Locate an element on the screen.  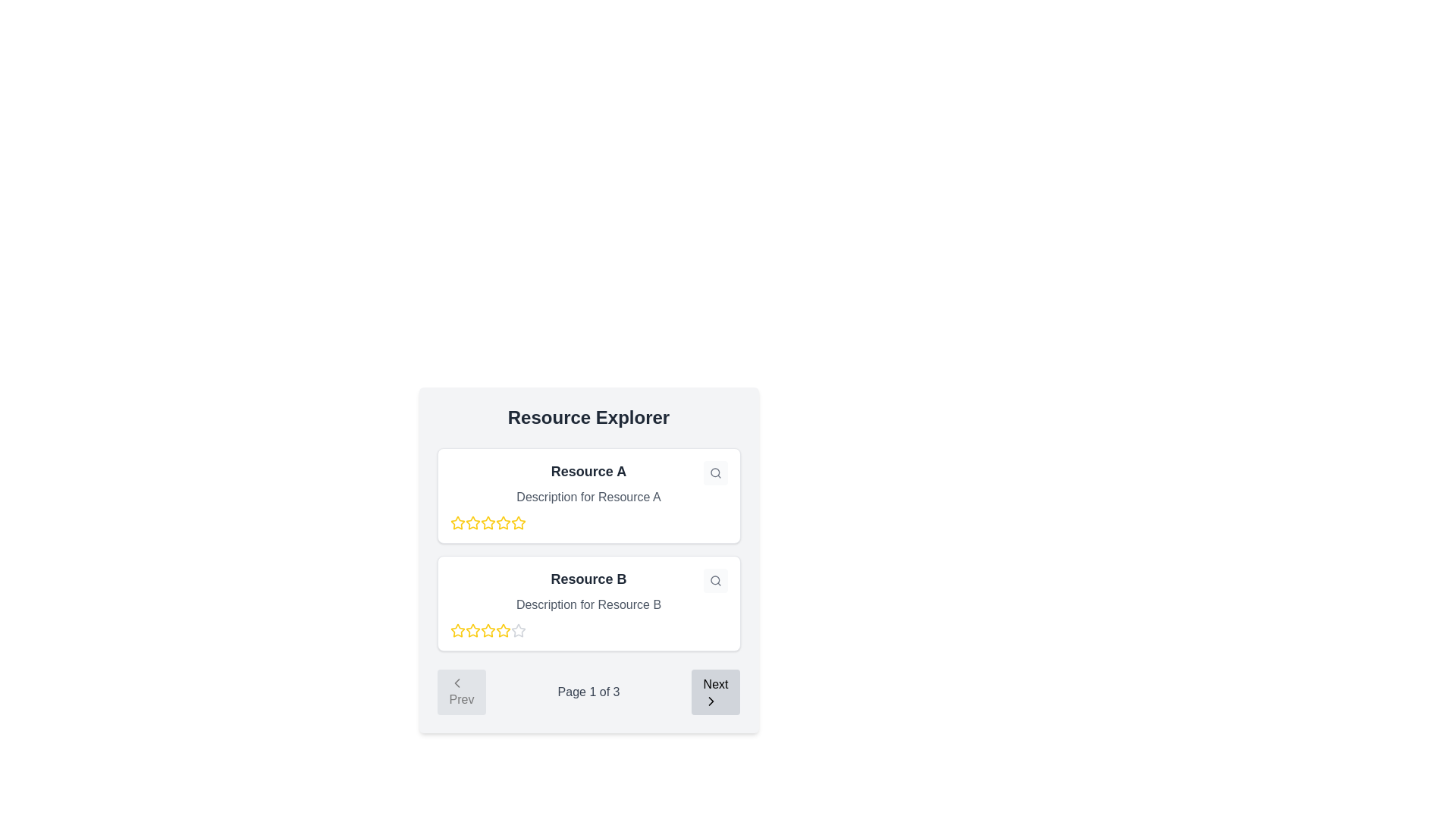
keyboard navigation is located at coordinates (472, 522).